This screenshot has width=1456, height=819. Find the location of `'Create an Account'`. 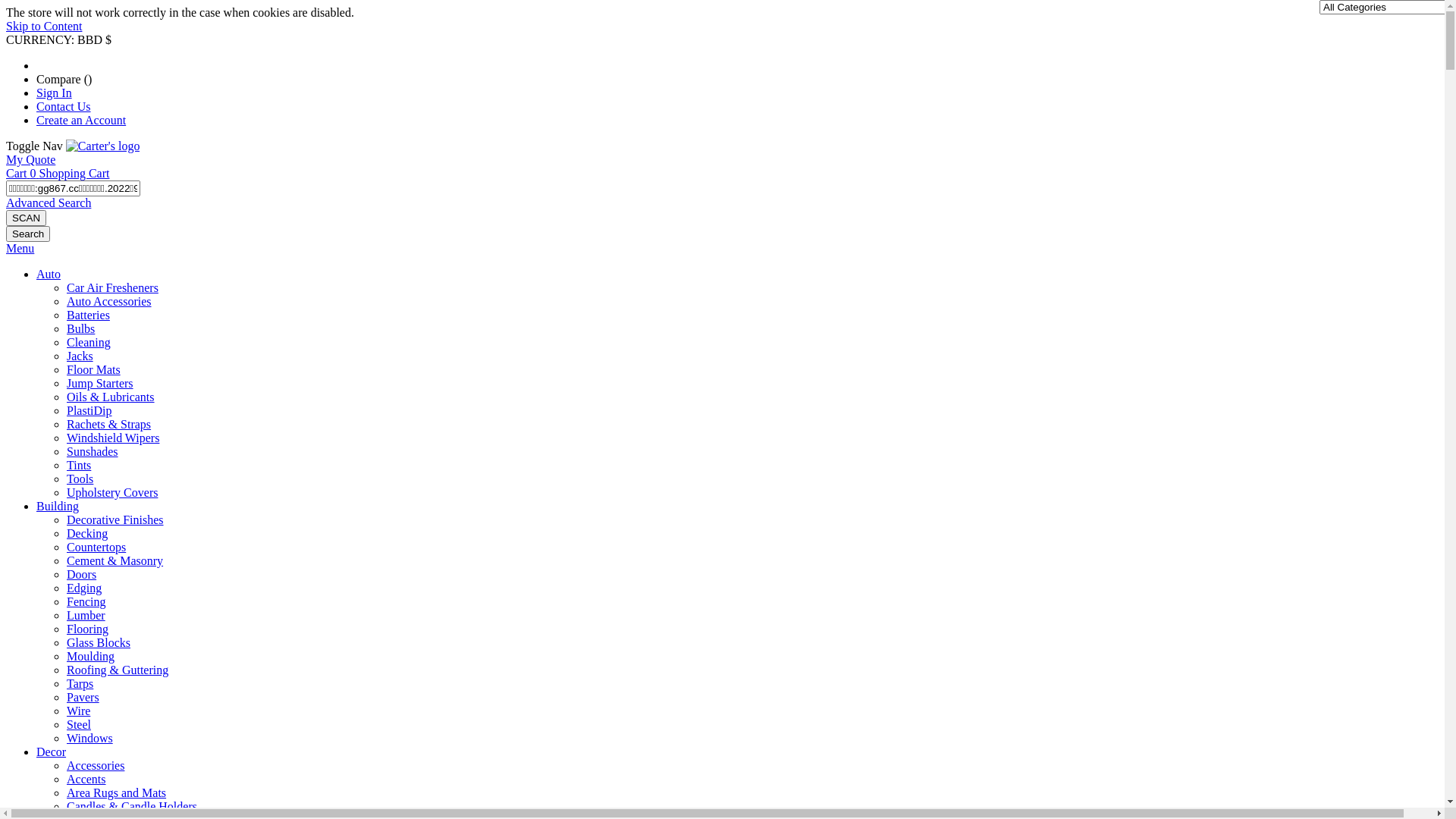

'Create an Account' is located at coordinates (80, 119).